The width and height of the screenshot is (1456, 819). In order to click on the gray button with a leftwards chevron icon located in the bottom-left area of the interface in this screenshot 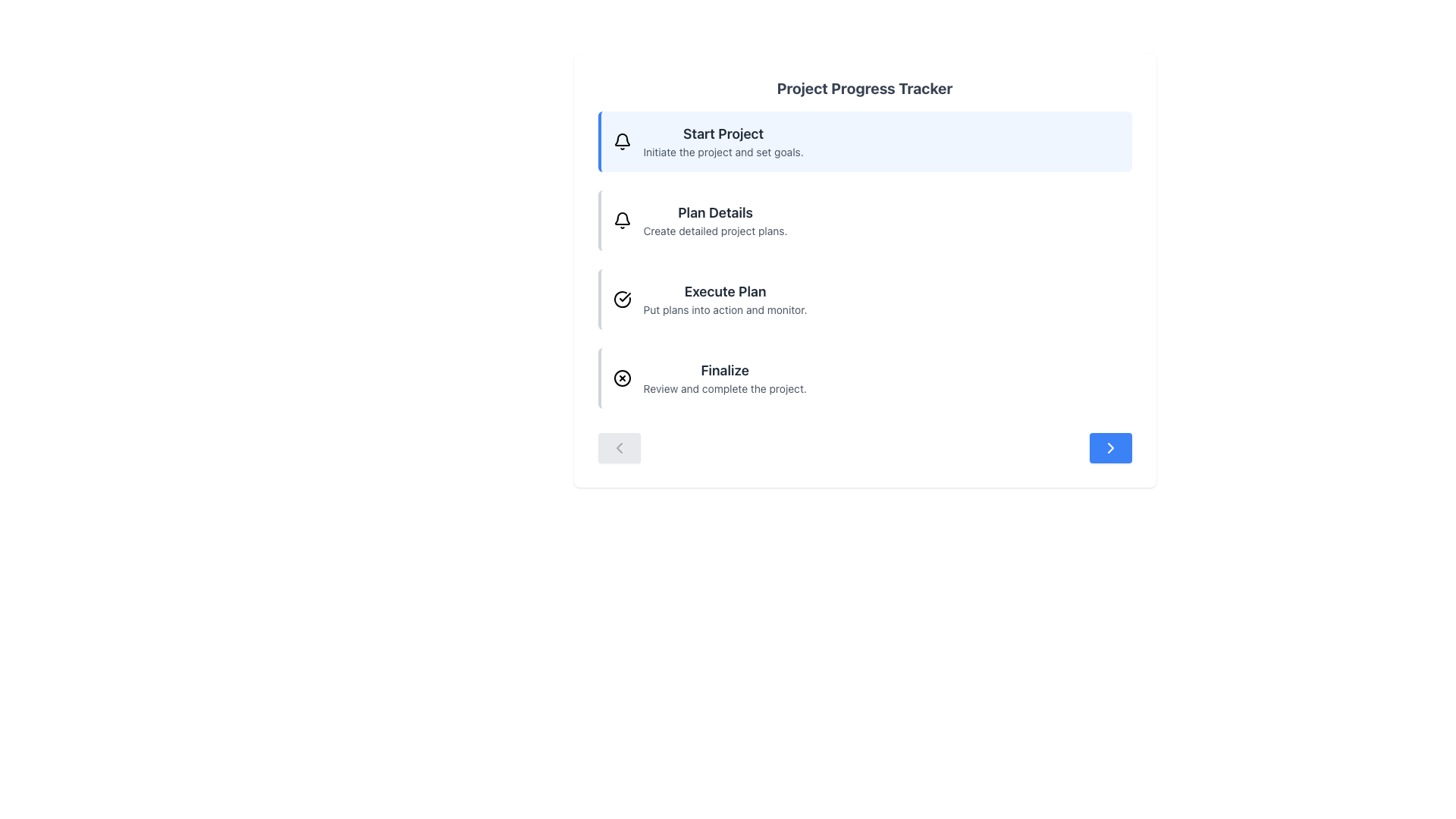, I will do `click(619, 447)`.